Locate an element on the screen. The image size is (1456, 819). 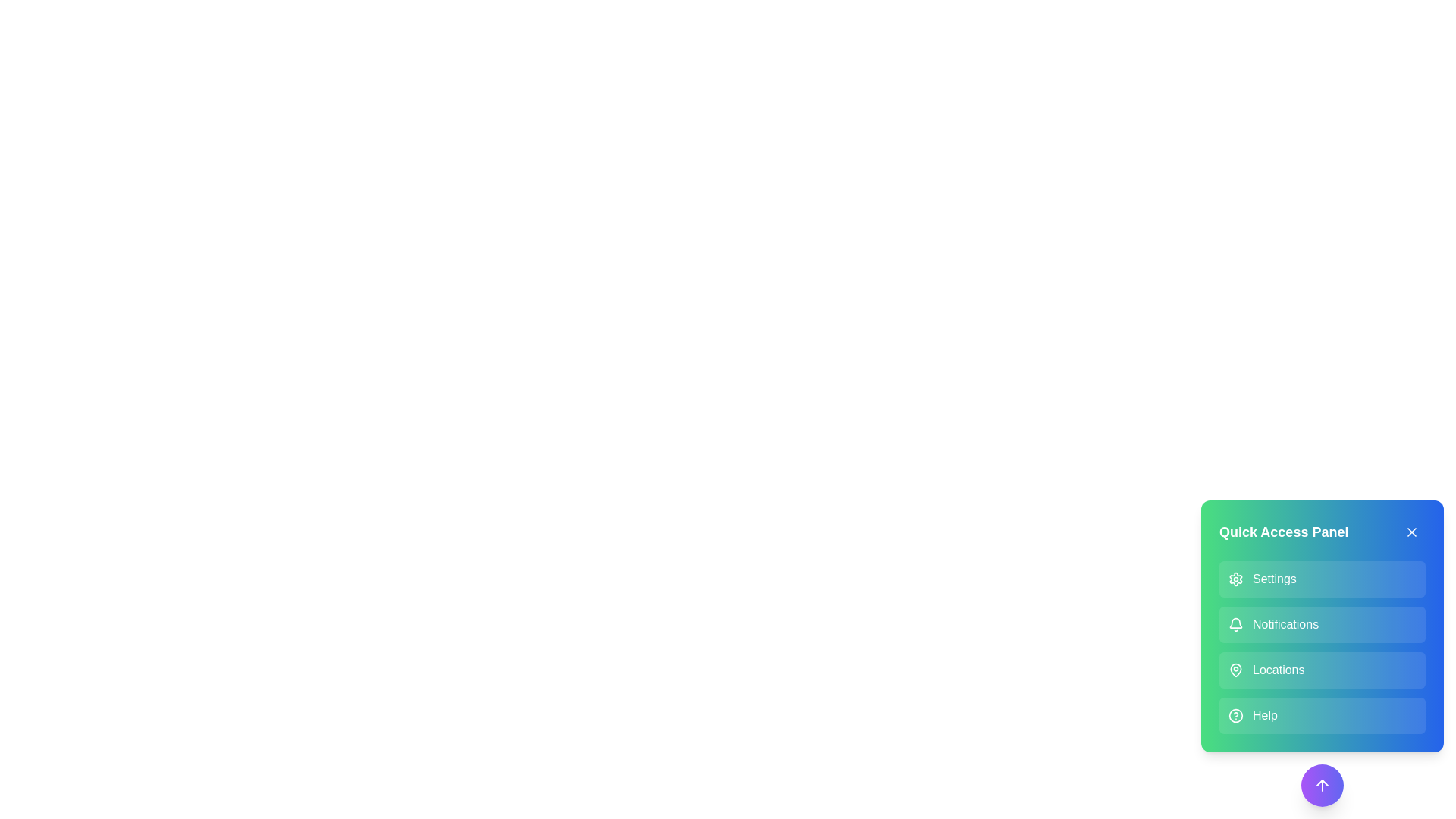
the circular question mark icon located within the 'Help' button at the bottom section of the quick-access panel is located at coordinates (1236, 716).